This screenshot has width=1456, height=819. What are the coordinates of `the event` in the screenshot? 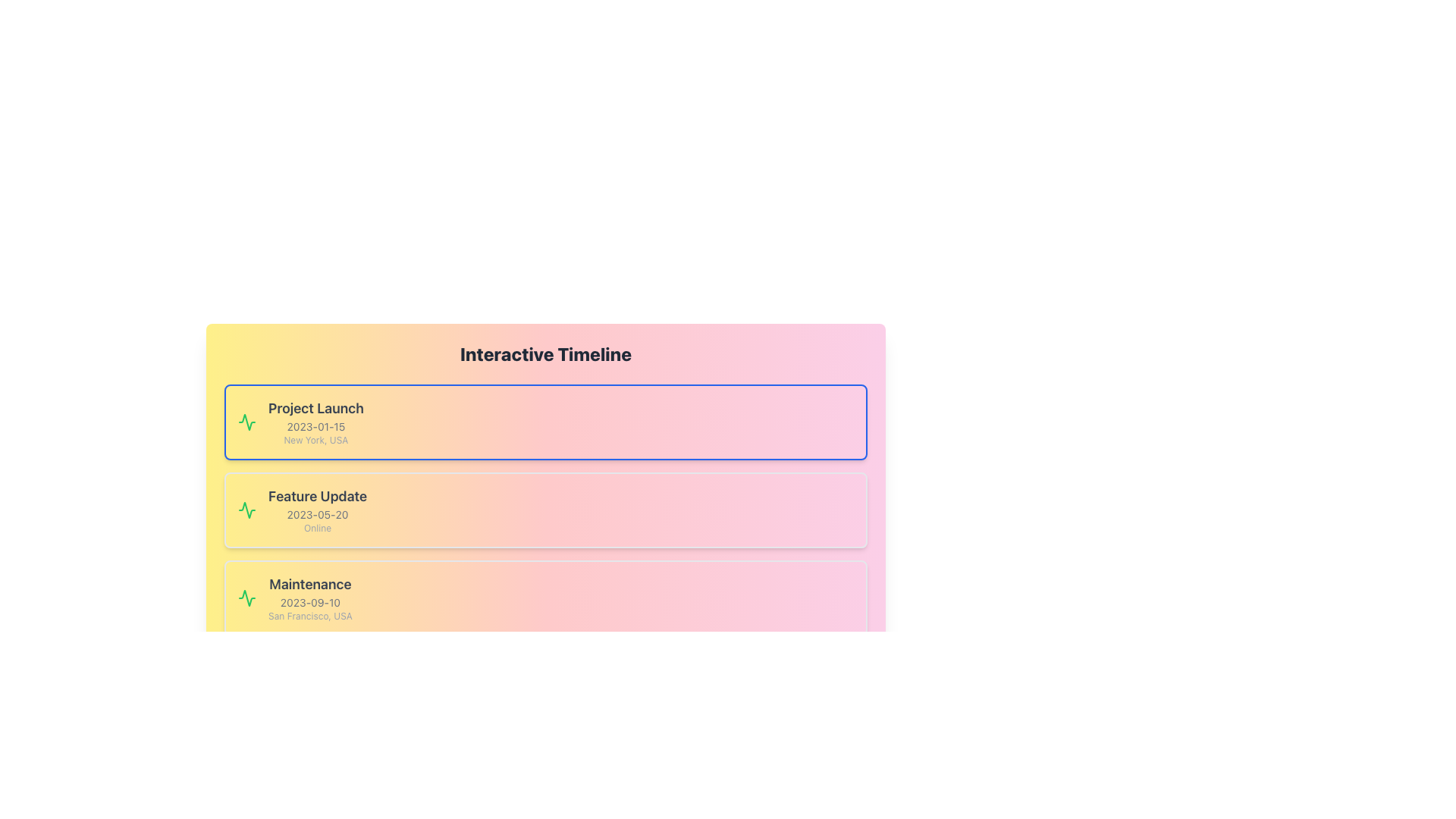 It's located at (309, 584).